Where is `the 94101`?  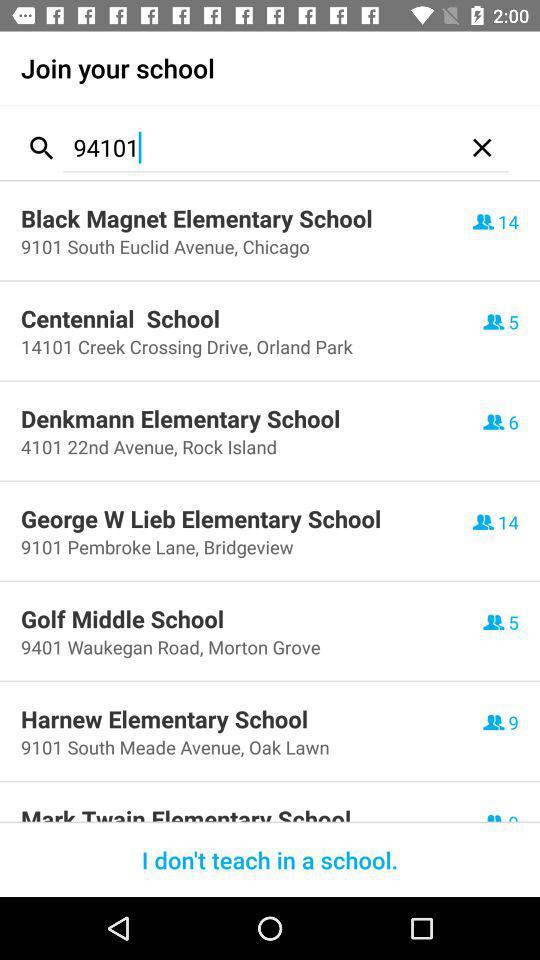 the 94101 is located at coordinates (259, 146).